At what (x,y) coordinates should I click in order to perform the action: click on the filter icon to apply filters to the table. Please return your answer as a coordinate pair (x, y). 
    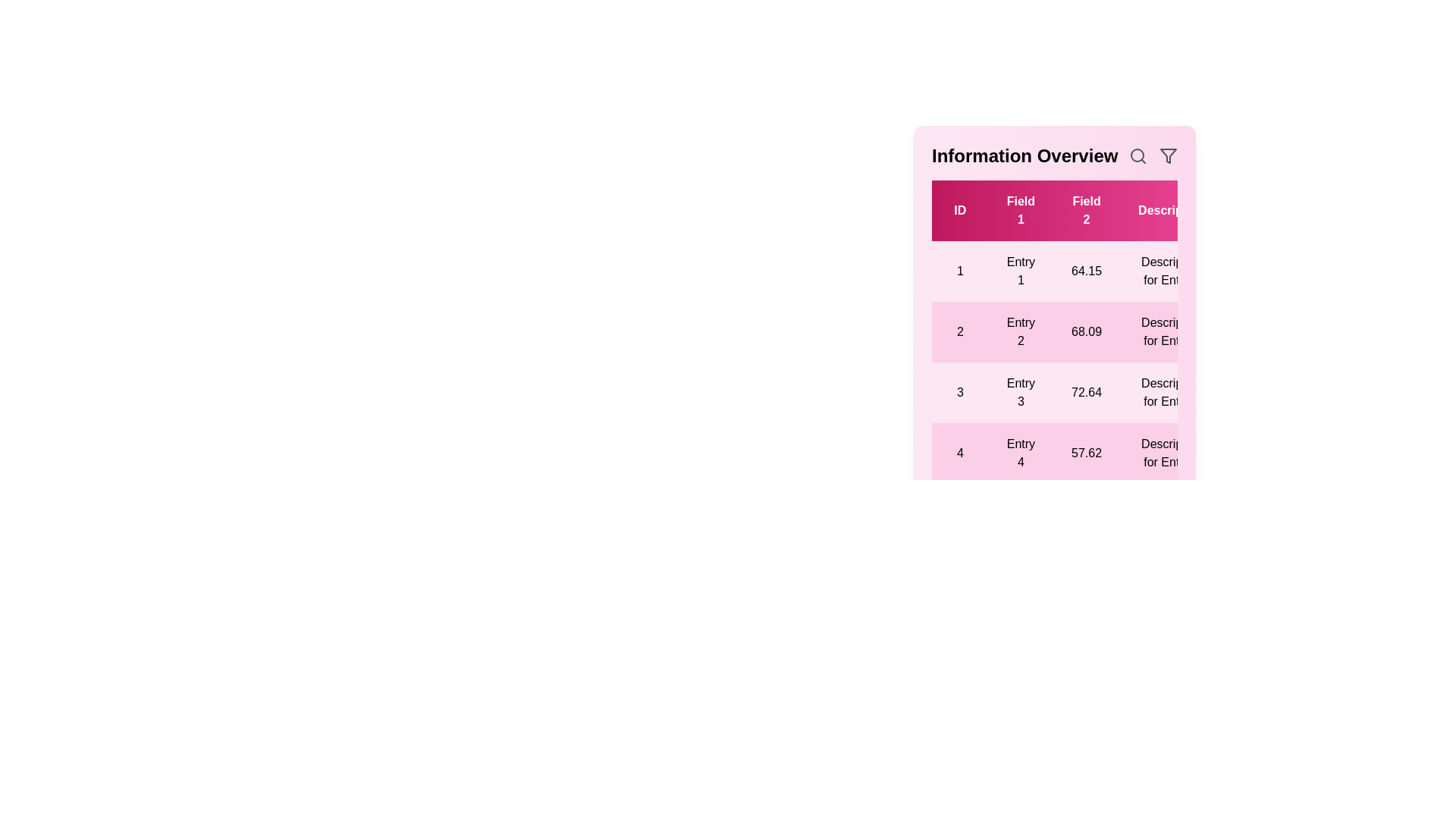
    Looking at the image, I should click on (1167, 155).